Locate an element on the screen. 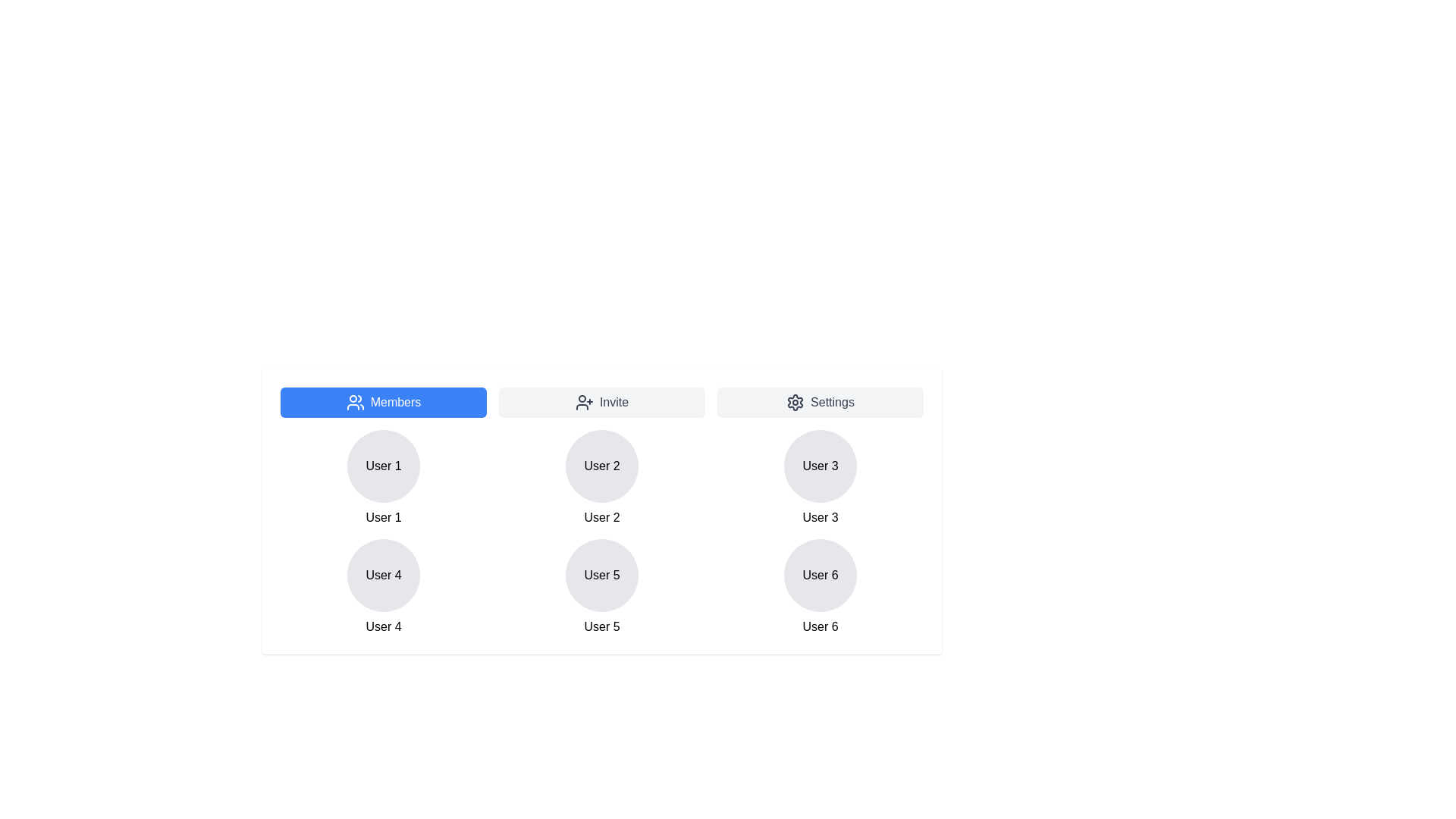  the composite element labeled 'User 5', which features a circular gray icon and descriptive text below it is located at coordinates (601, 587).